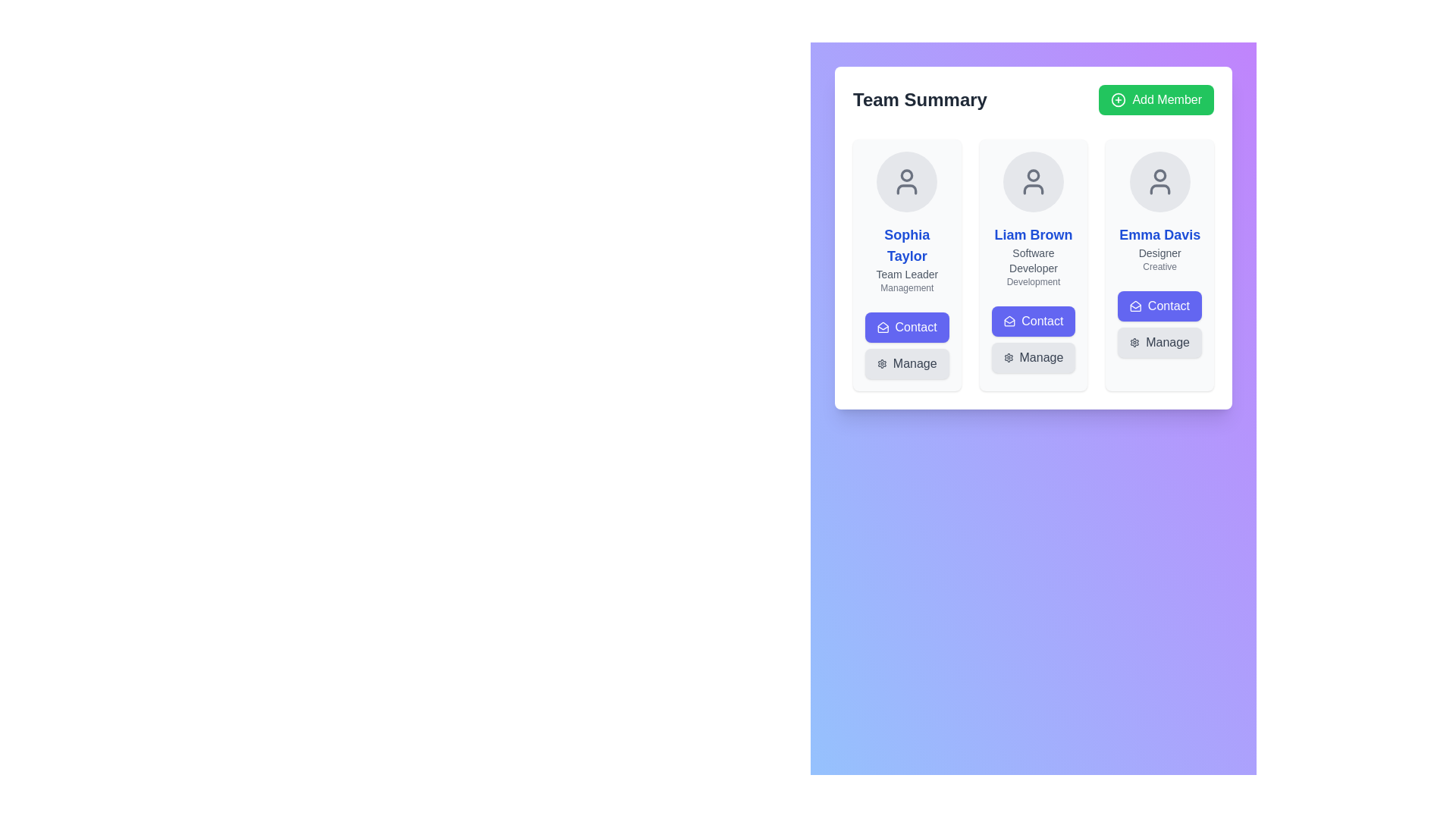  Describe the element at coordinates (1159, 324) in the screenshot. I see `the 'Contact' and 'Manage' buttons in the 'Emma Davis' profile card` at that location.